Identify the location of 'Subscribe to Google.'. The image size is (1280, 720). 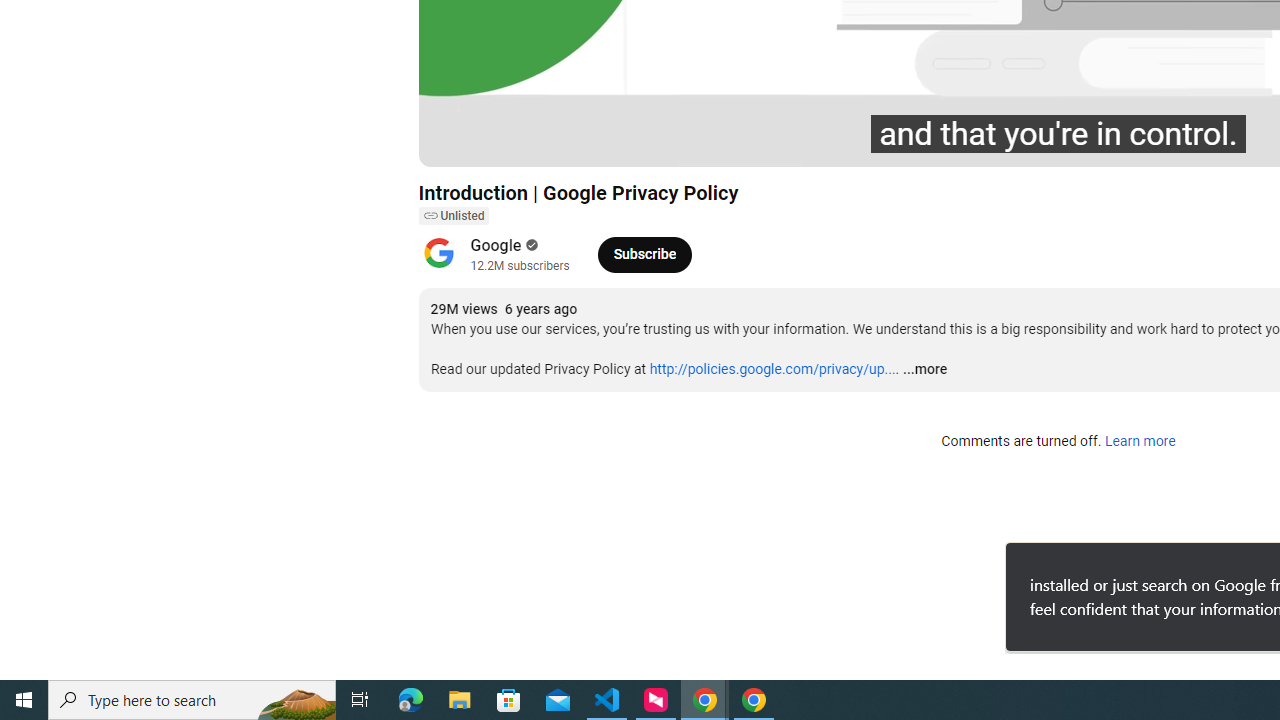
(644, 253).